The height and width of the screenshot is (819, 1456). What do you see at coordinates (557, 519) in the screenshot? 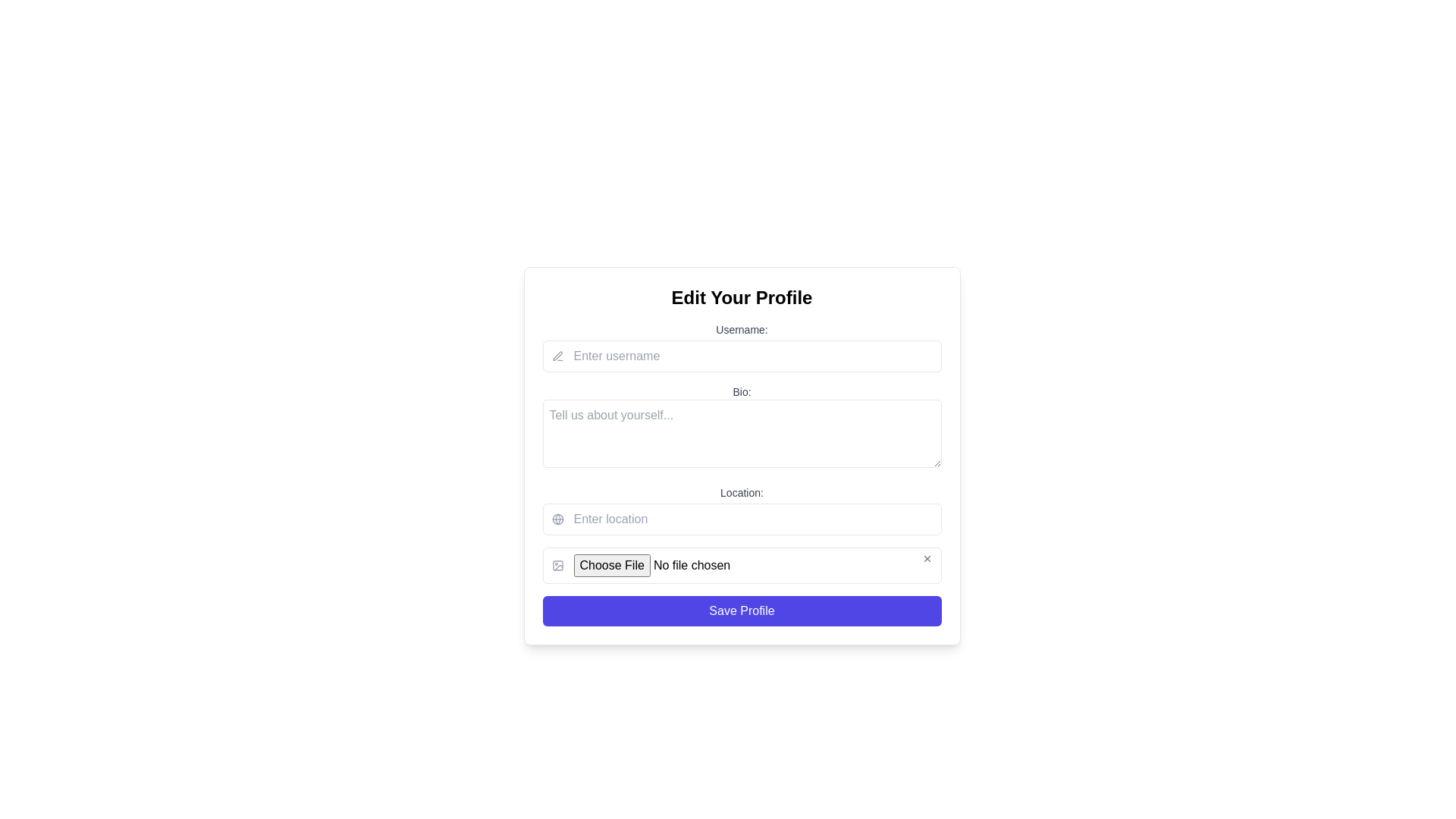
I see `the decorative graphic that represents the latitude lines on the globe icon, located to the left of the 'Enter location' text input field` at bounding box center [557, 519].